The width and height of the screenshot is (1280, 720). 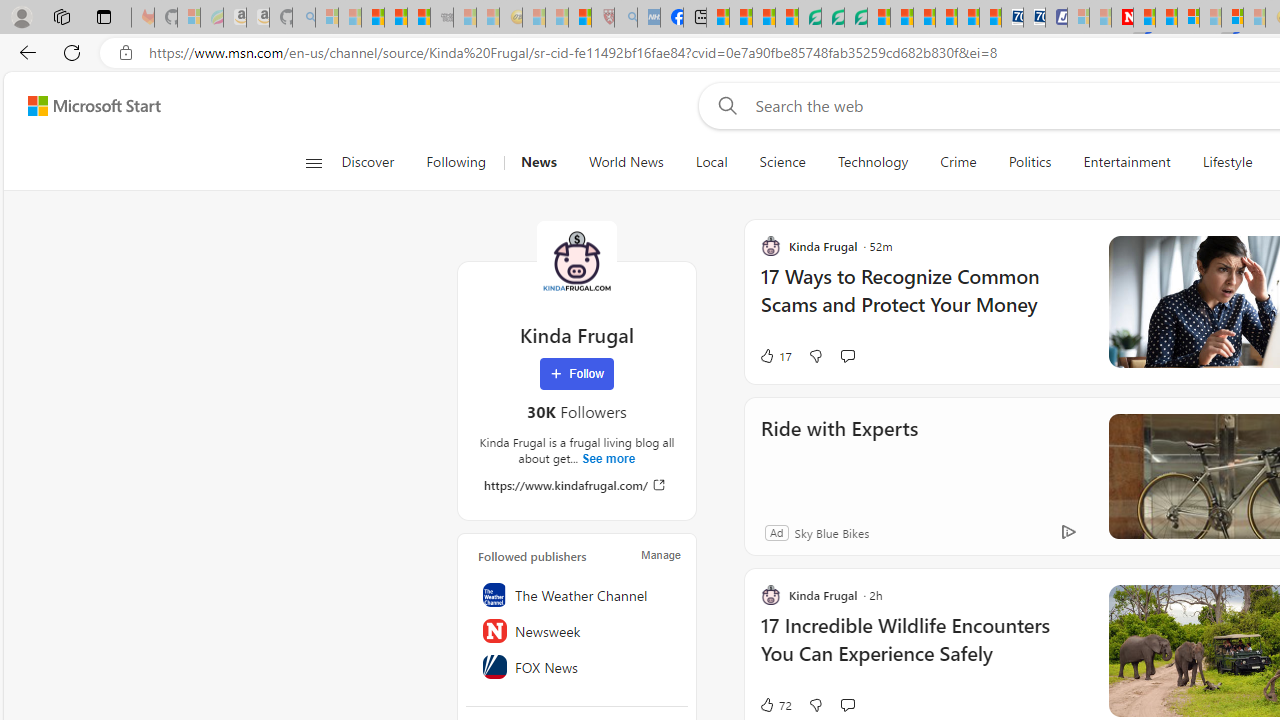 What do you see at coordinates (1166, 17) in the screenshot?
I see `'14 Common Myths Debunked By Scientific Facts'` at bounding box center [1166, 17].